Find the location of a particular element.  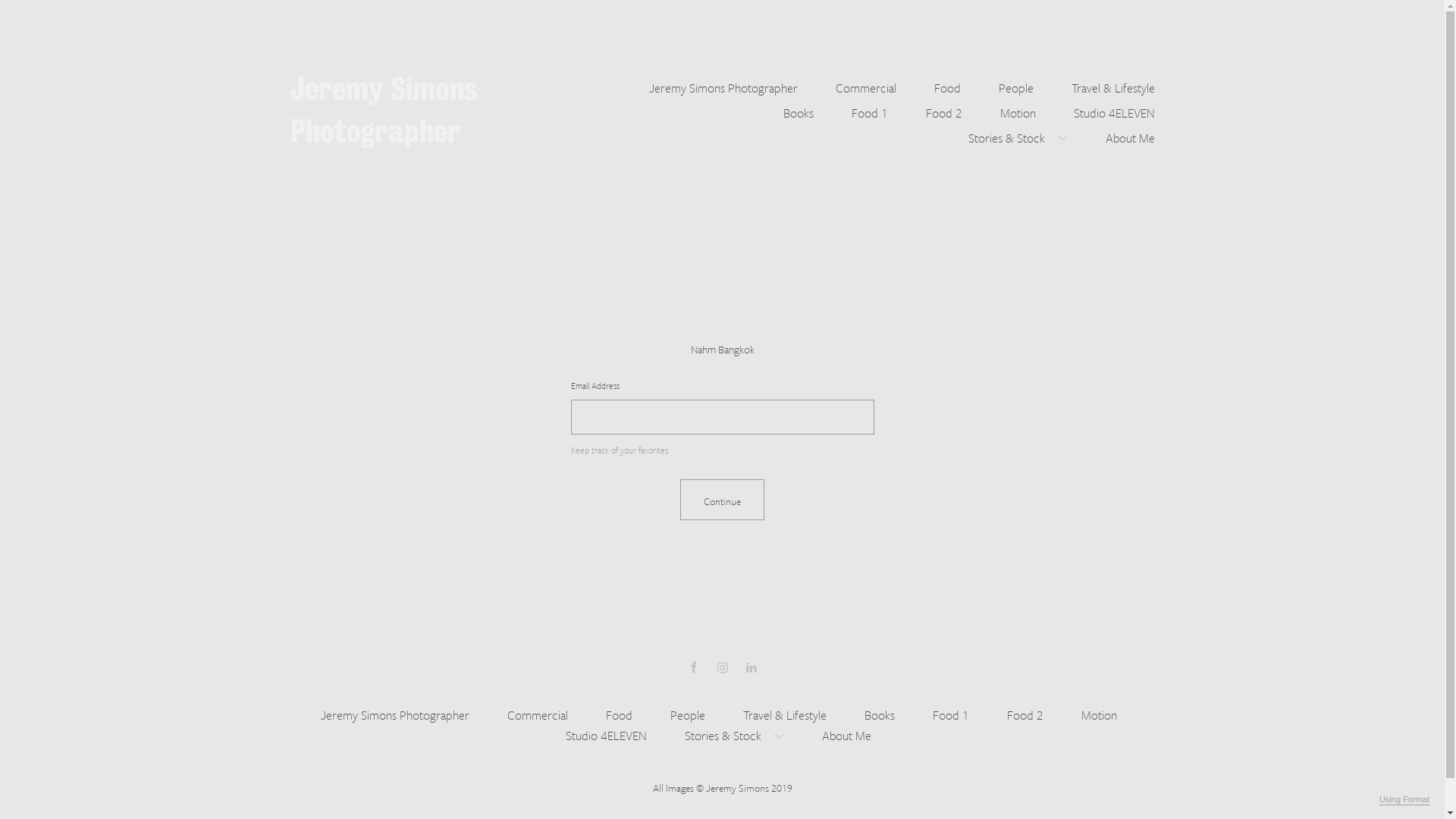

'Stories & Stock' is located at coordinates (967, 135).